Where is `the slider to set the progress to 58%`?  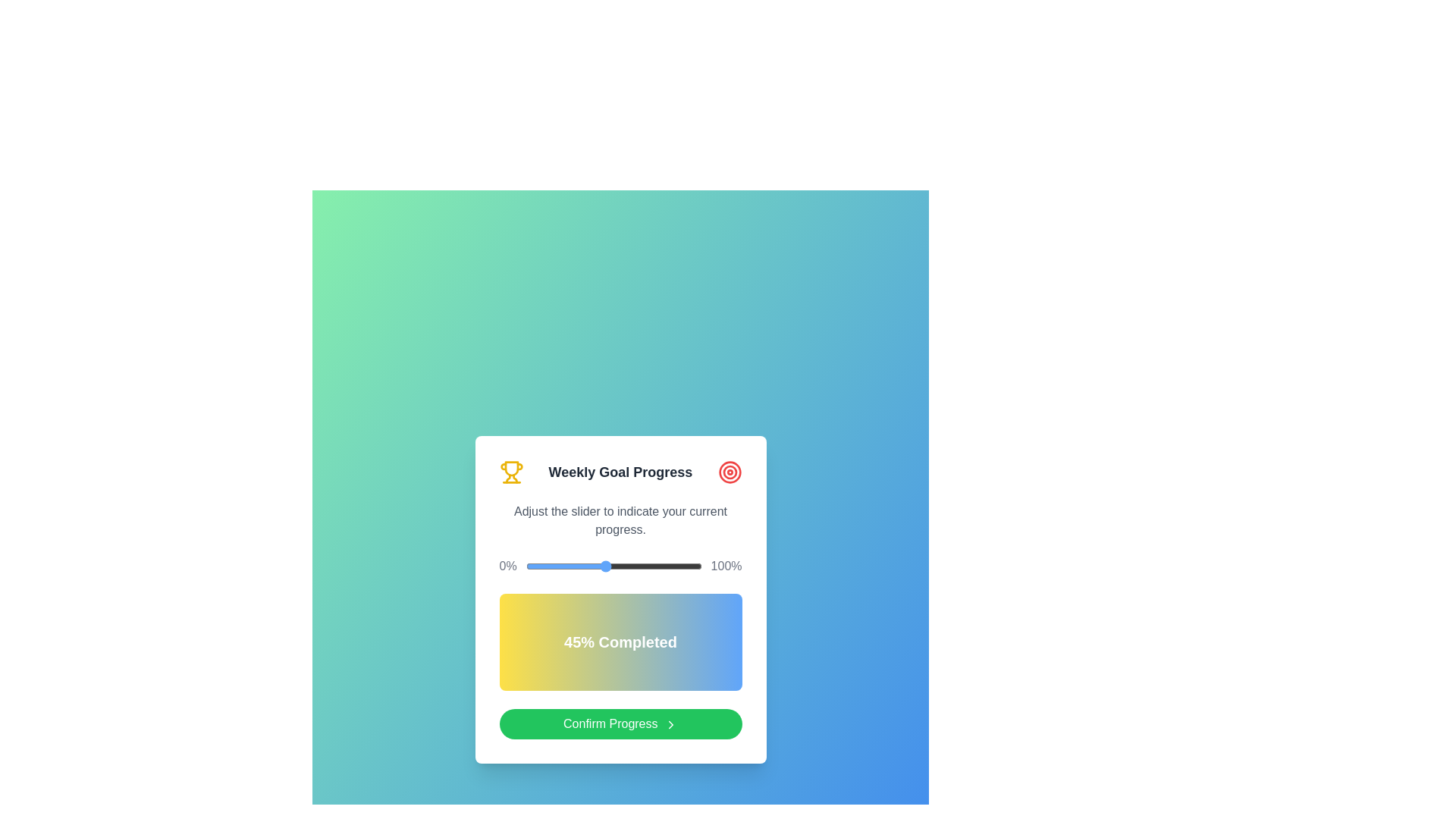 the slider to set the progress to 58% is located at coordinates (628, 566).